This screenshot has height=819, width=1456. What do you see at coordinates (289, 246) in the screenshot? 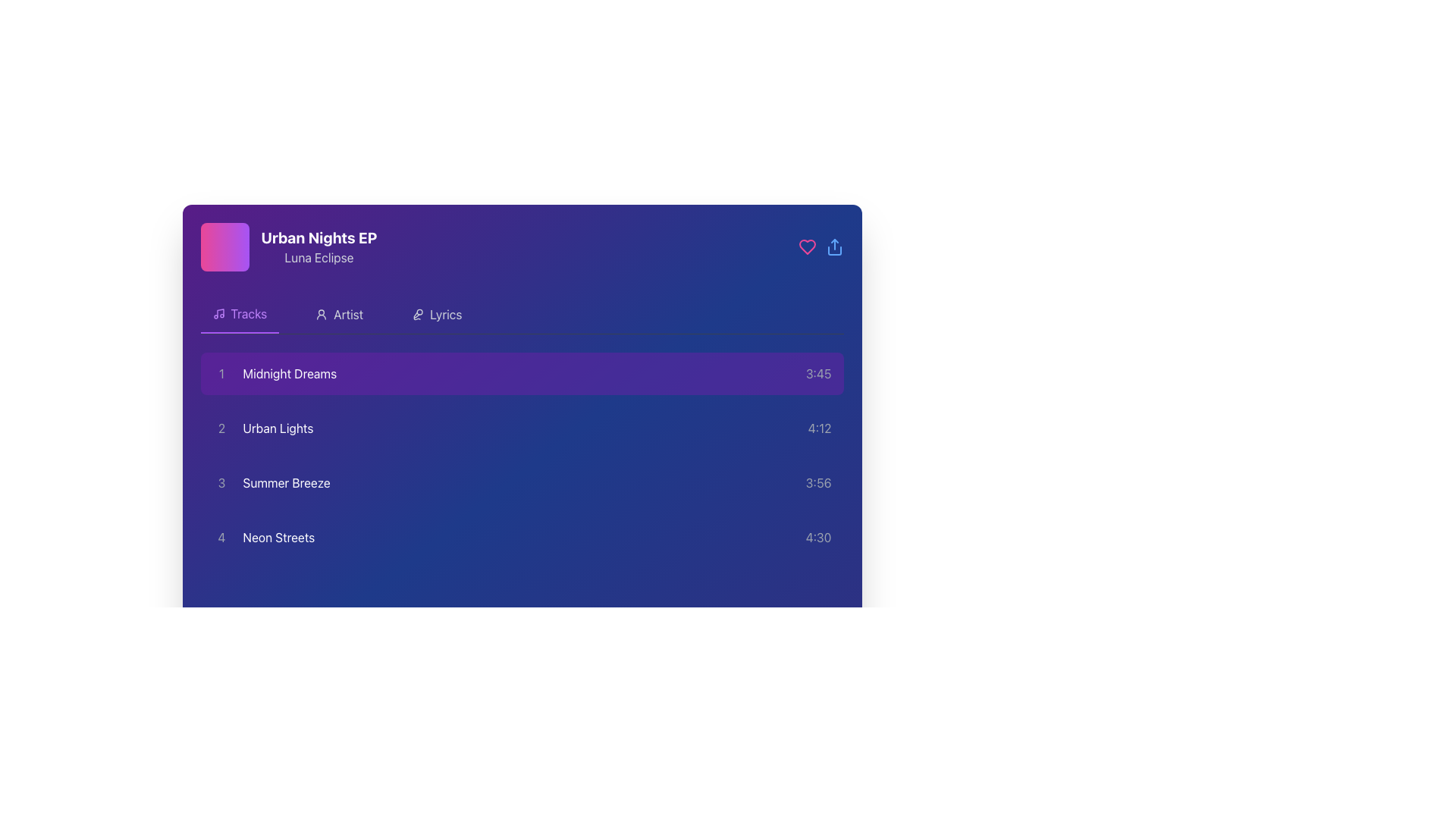
I see `album title and subtitle information displayed in the information block located in the top-left area of the interface, next to navigation links and interactive icons` at bounding box center [289, 246].